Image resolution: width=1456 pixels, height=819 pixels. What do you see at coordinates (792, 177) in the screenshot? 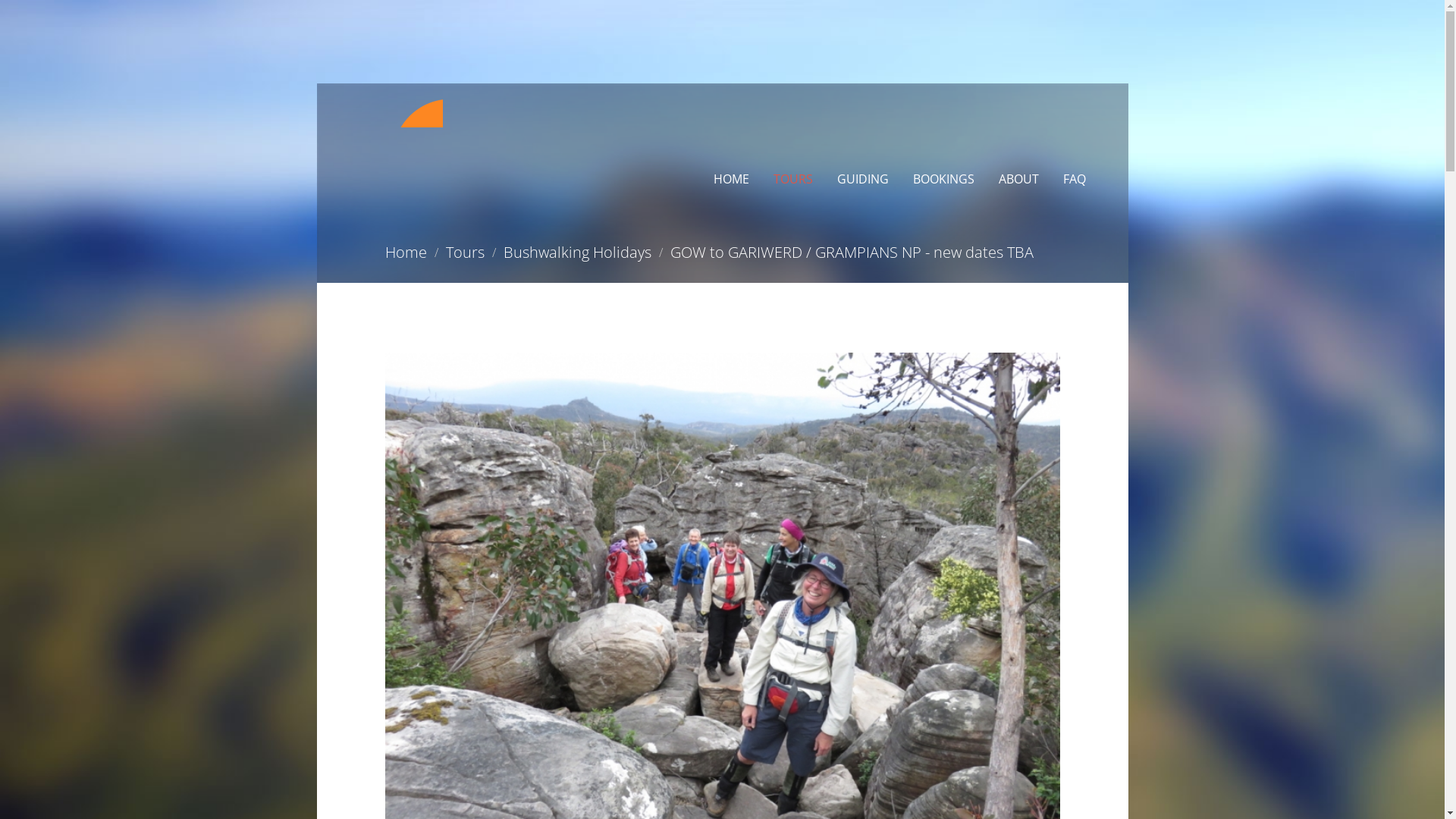
I see `'TOURS'` at bounding box center [792, 177].